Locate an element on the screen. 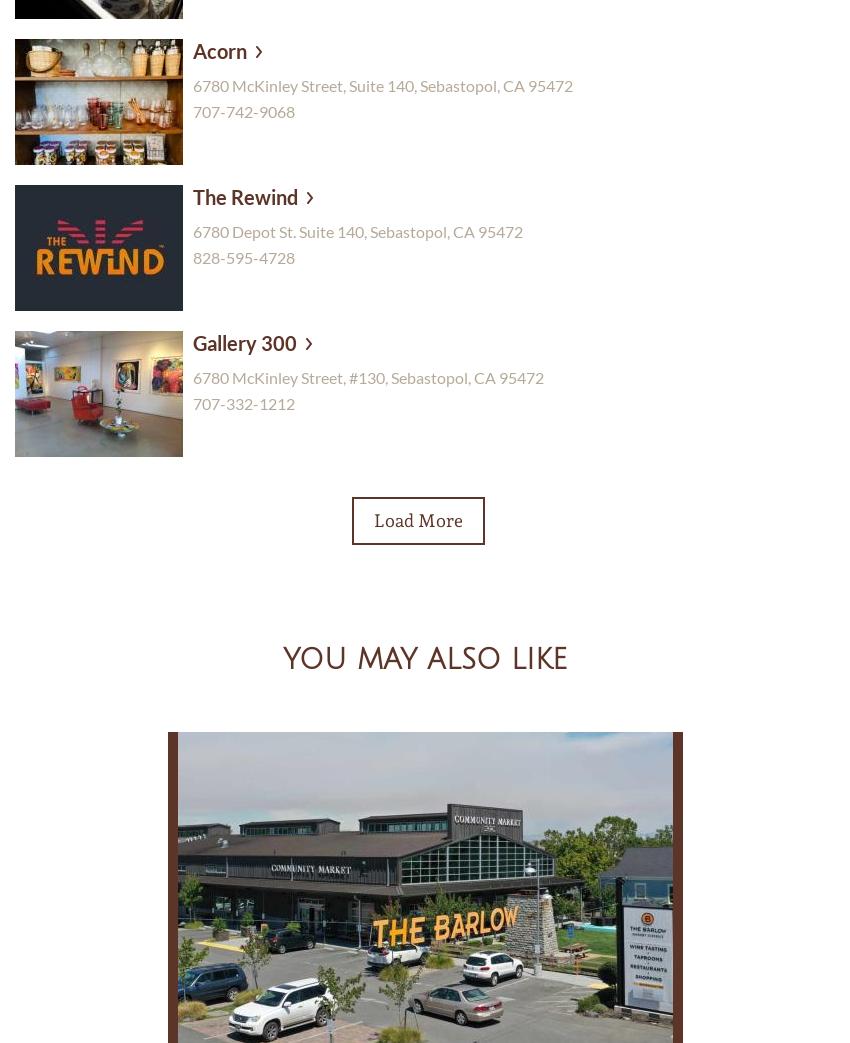 The width and height of the screenshot is (850, 1043). '707-332-1212' is located at coordinates (244, 402).